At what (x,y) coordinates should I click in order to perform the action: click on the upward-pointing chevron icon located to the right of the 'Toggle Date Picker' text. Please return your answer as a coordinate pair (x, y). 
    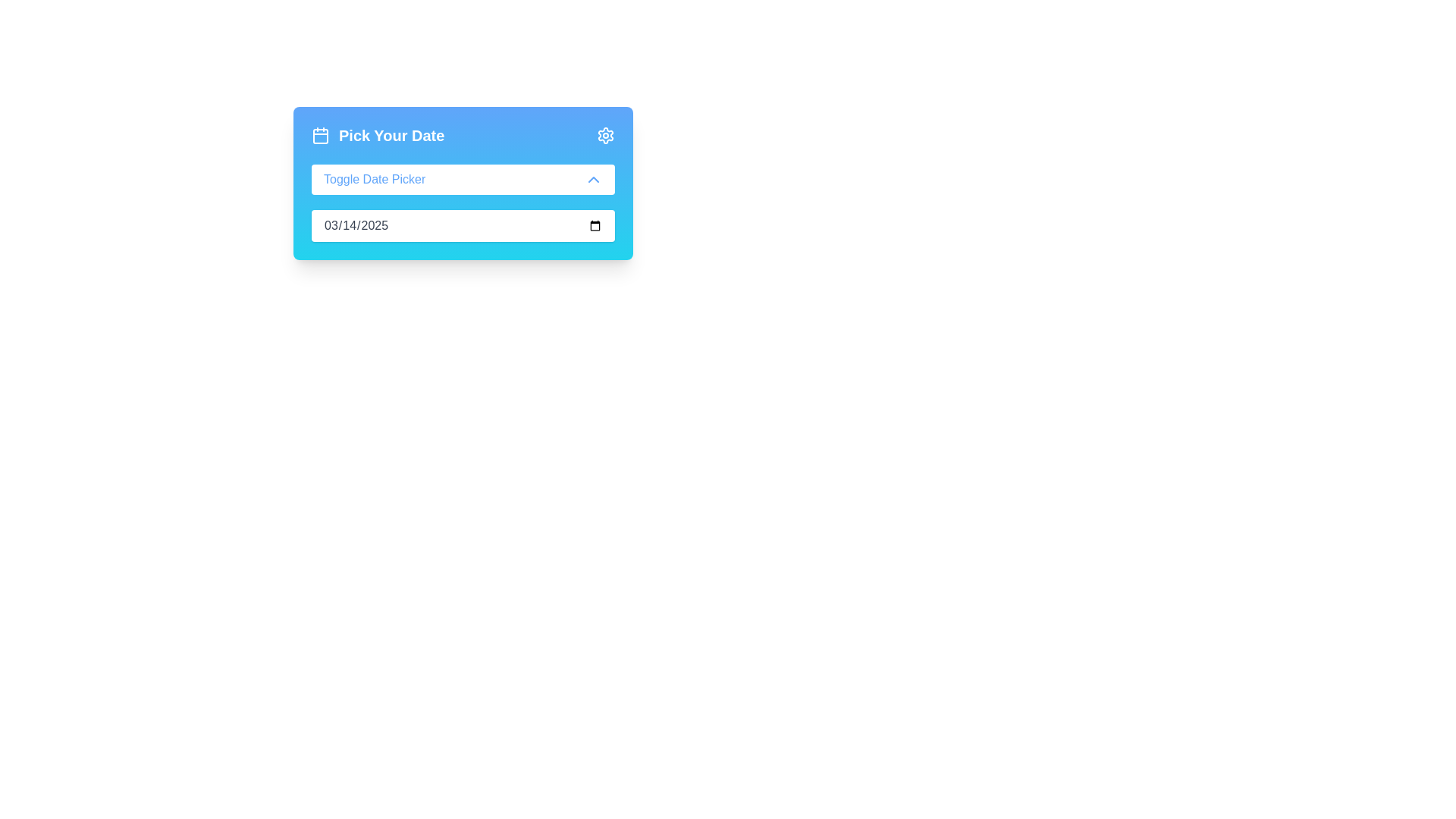
    Looking at the image, I should click on (592, 178).